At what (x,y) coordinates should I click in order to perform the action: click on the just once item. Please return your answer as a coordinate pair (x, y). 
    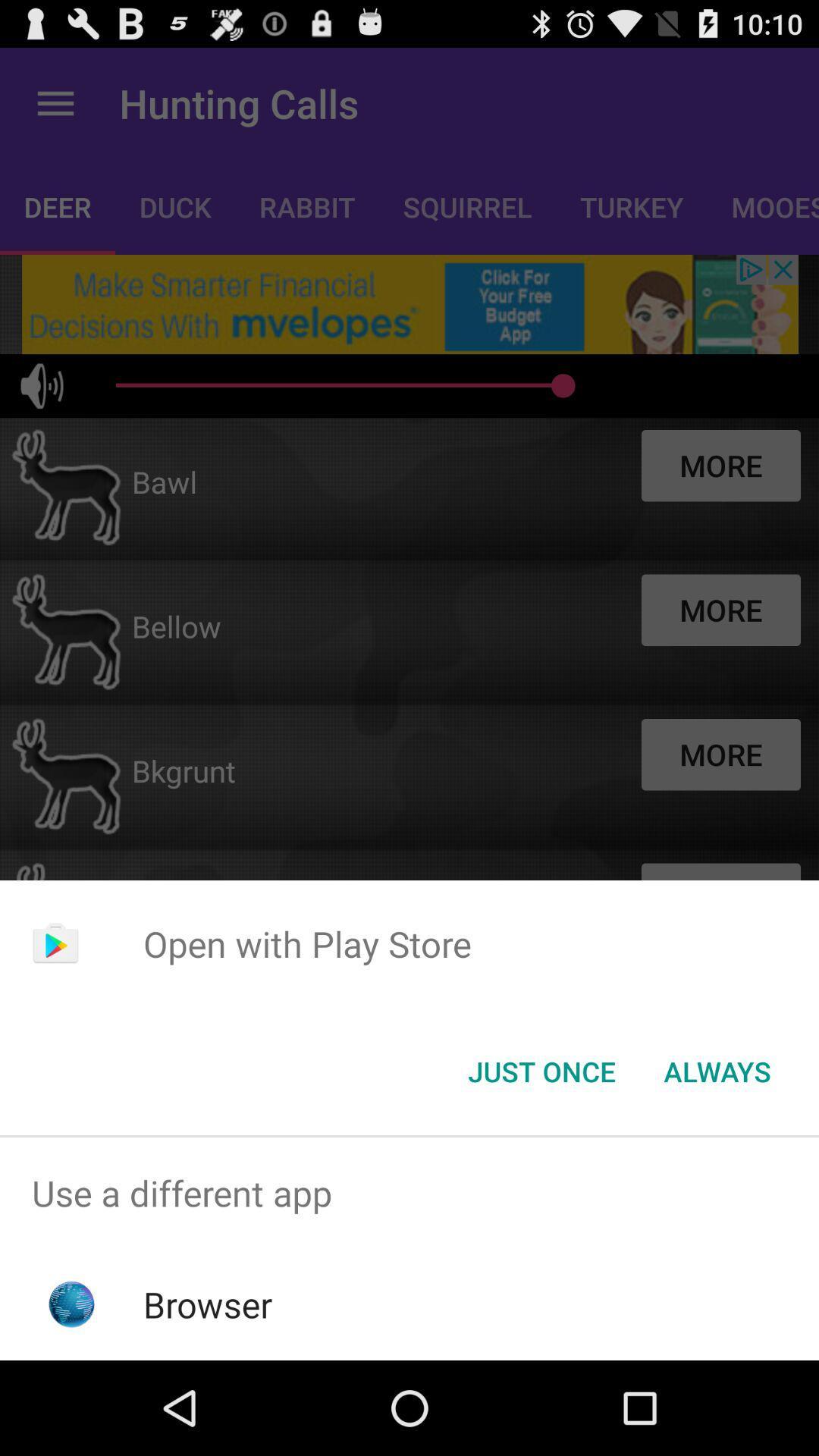
    Looking at the image, I should click on (541, 1070).